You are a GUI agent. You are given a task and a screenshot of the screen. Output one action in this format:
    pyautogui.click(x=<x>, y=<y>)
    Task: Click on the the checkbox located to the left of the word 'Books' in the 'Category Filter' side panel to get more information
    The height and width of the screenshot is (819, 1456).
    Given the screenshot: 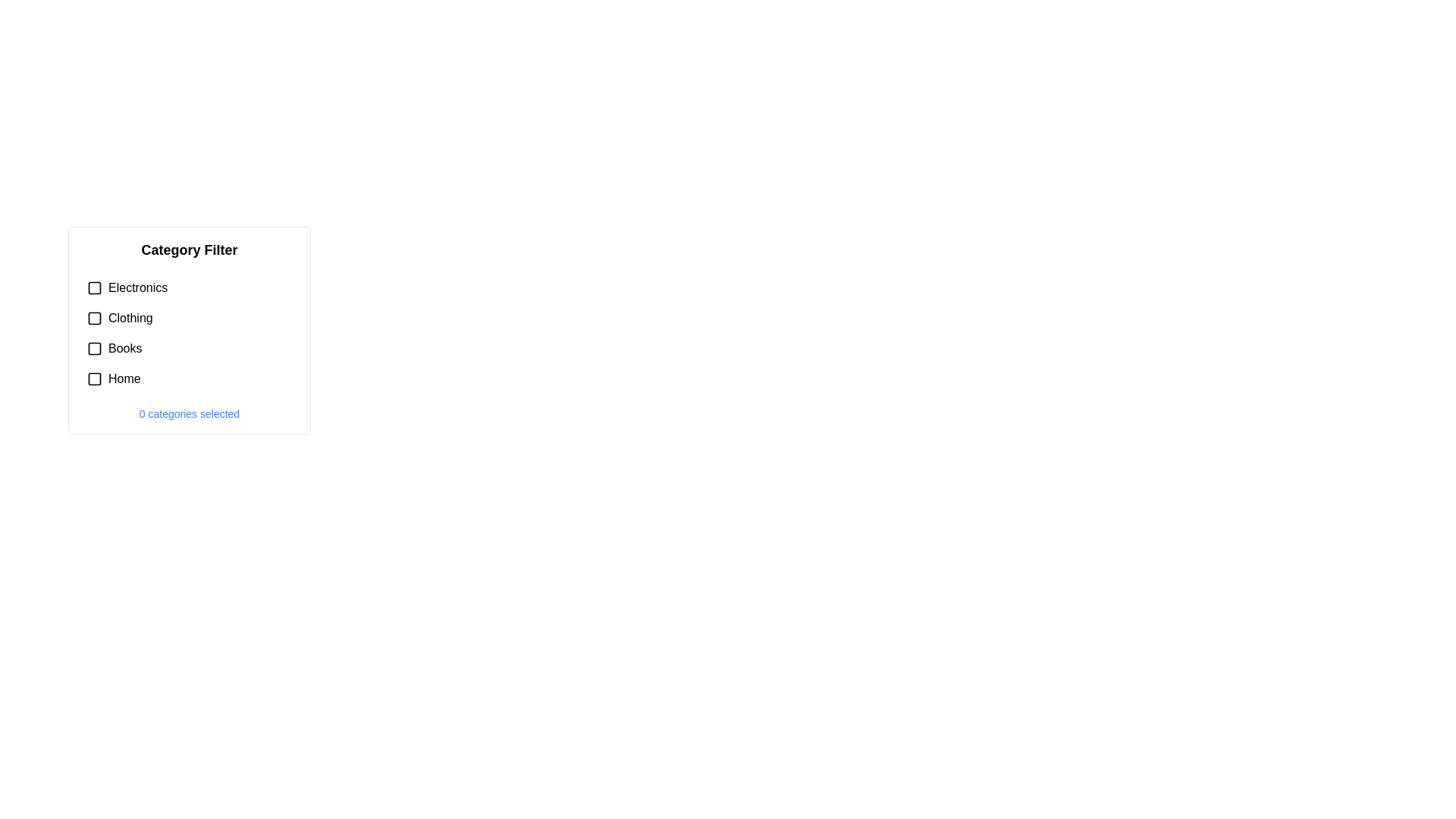 What is the action you would take?
    pyautogui.click(x=93, y=348)
    